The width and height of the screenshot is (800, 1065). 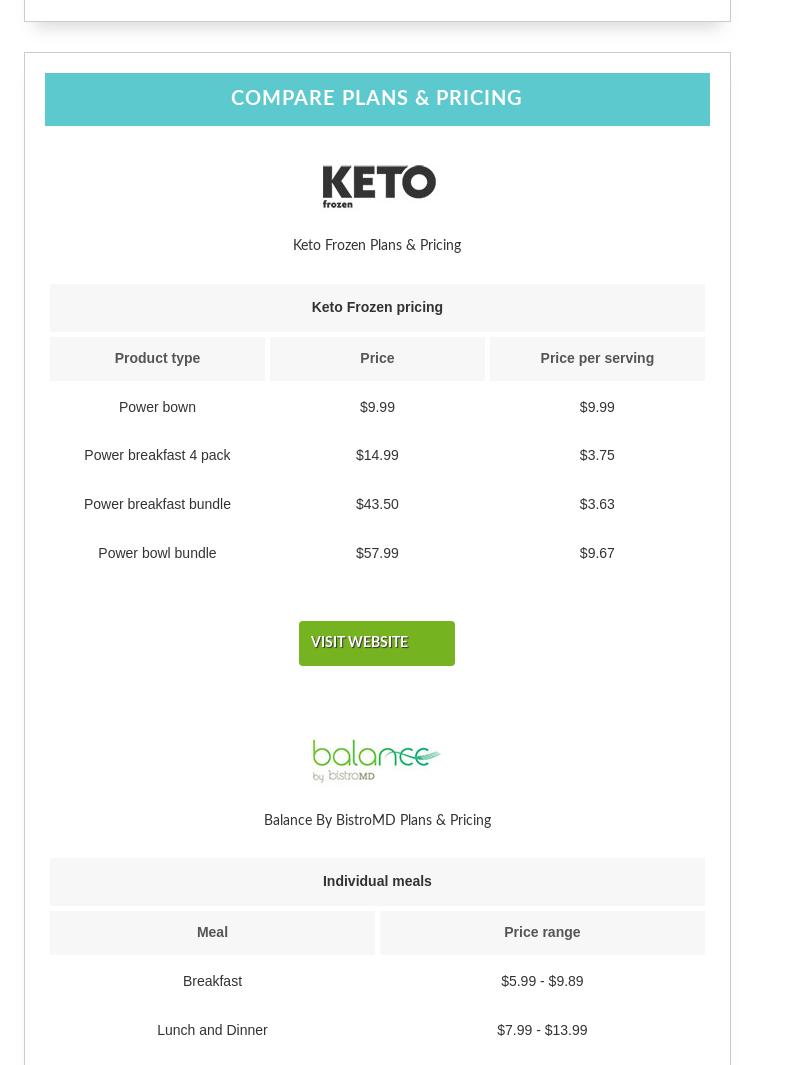 I want to click on '$7.99 - $13.99', so click(x=542, y=1029).